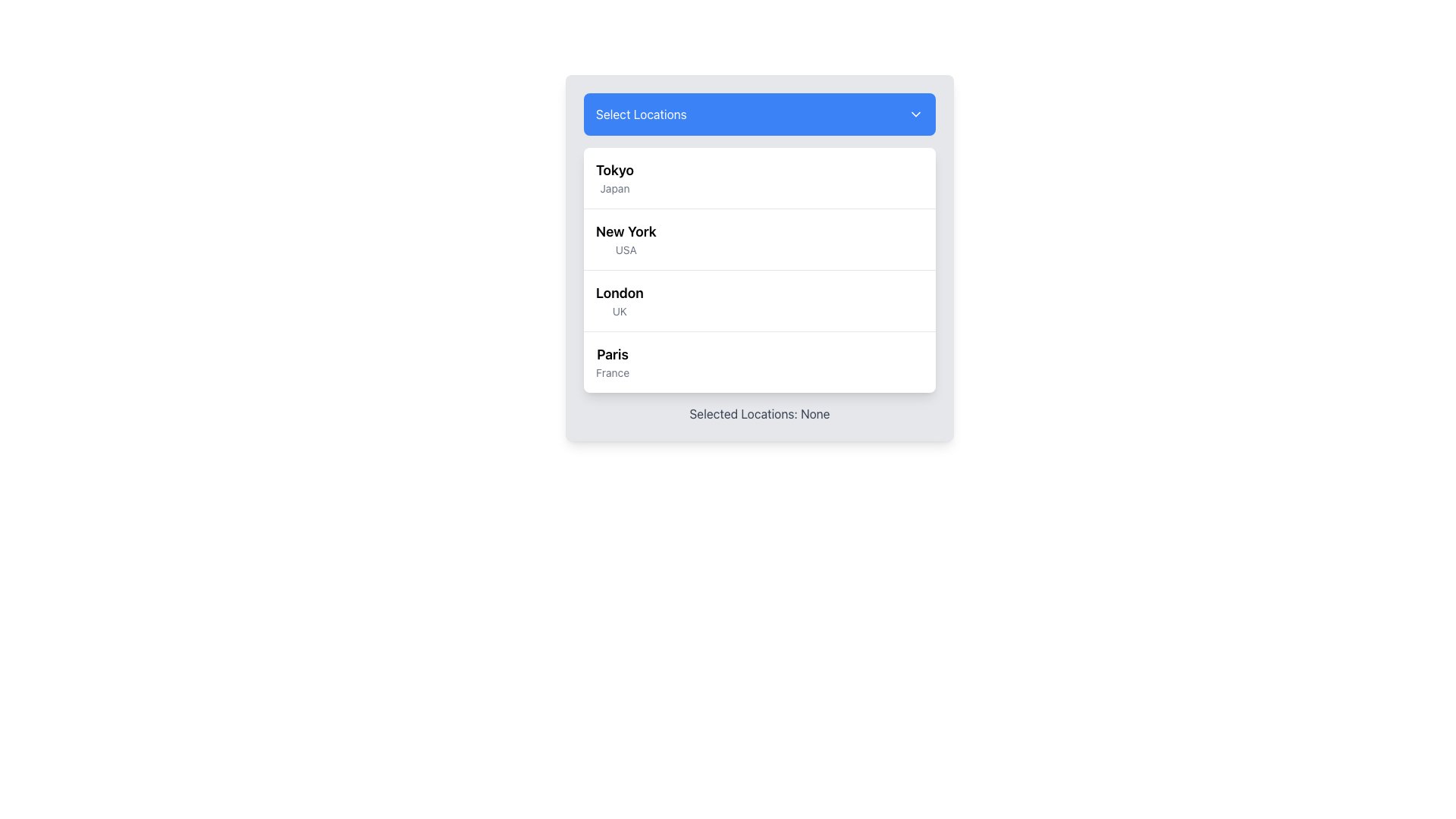 This screenshot has height=819, width=1456. What do you see at coordinates (760, 414) in the screenshot?
I see `the static text display that shows 'Selected Locations: None', located at the bottom of the selection panel` at bounding box center [760, 414].